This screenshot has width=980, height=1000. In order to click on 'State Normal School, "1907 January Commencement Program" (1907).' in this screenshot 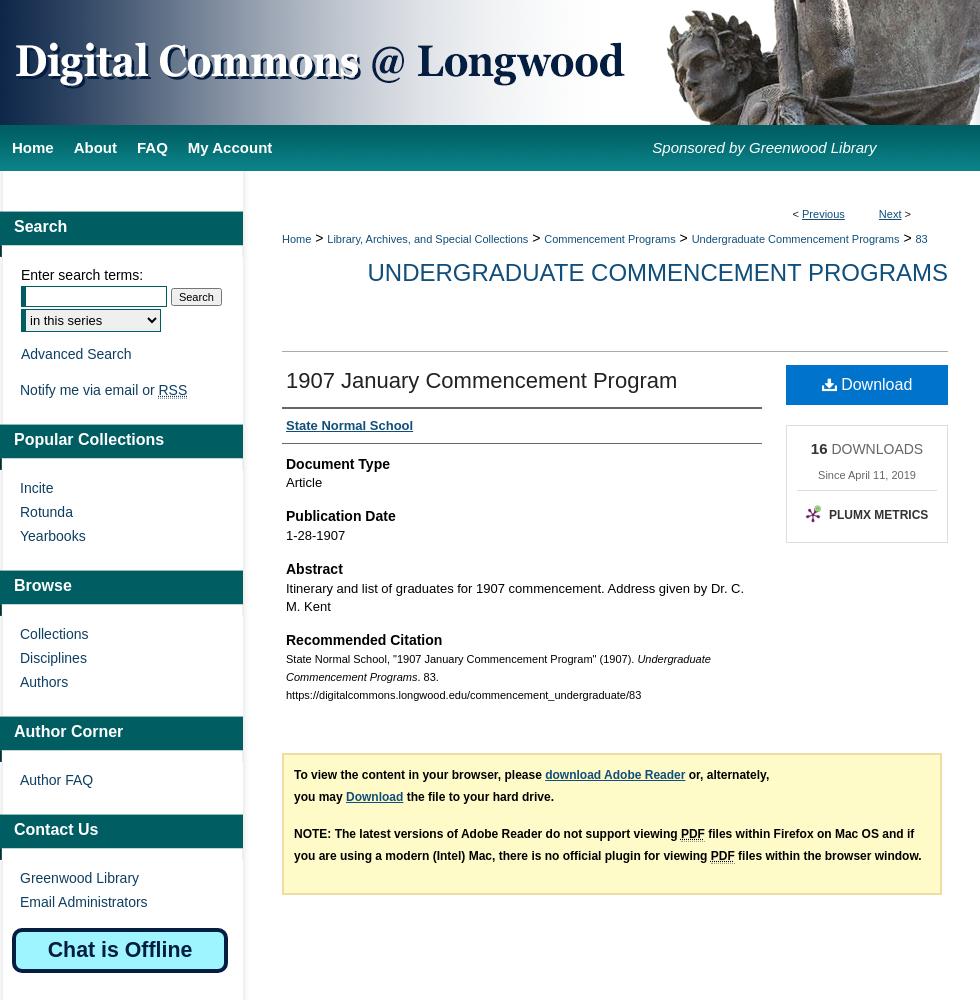, I will do `click(461, 659)`.